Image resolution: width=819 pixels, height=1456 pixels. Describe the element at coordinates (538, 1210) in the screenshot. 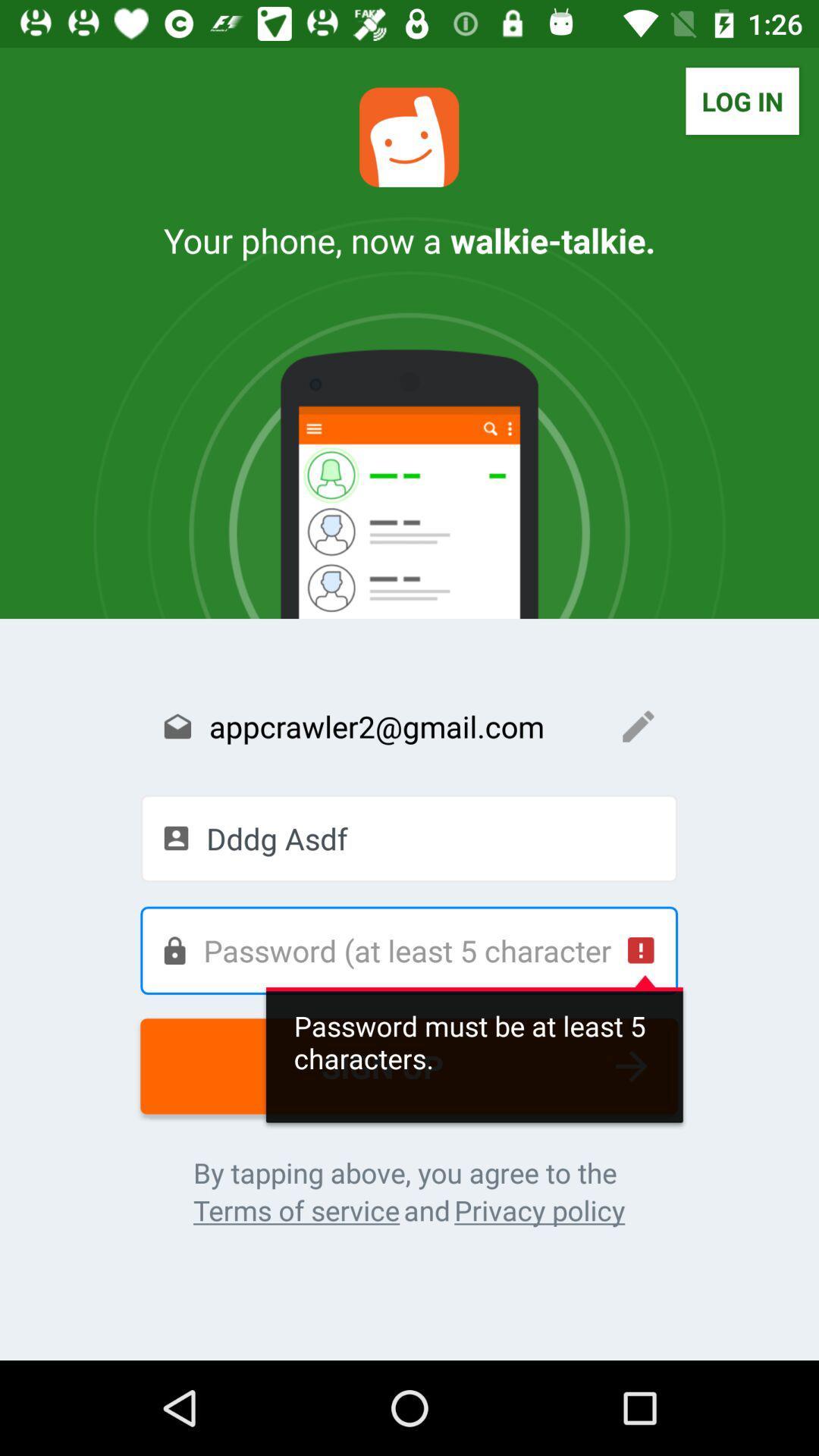

I see `privacy policy icon` at that location.